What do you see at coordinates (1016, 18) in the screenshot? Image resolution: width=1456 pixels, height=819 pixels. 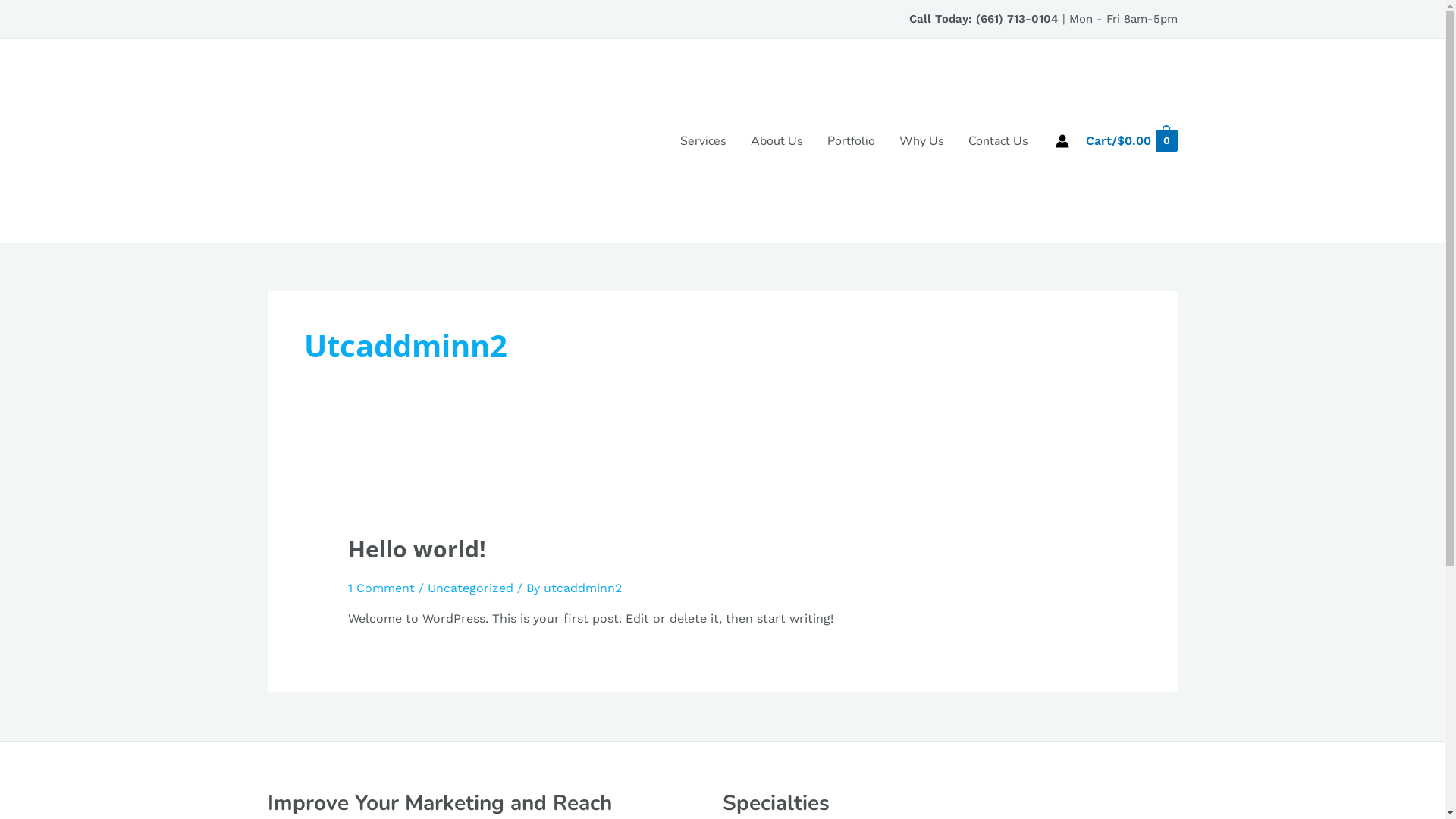 I see `'(661) 713-0104'` at bounding box center [1016, 18].